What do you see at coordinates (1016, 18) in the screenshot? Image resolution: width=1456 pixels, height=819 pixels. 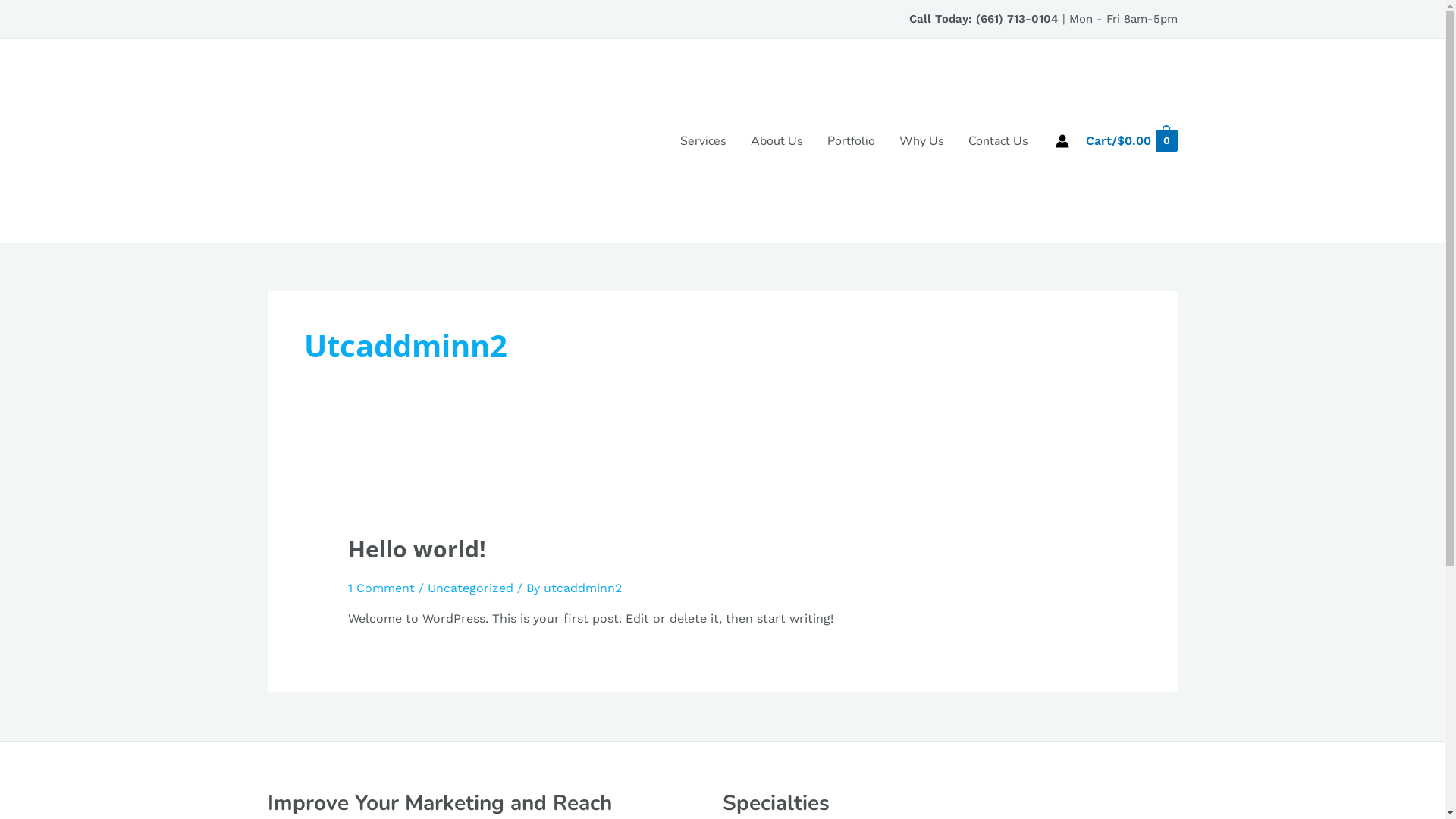 I see `'(661) 713-0104'` at bounding box center [1016, 18].